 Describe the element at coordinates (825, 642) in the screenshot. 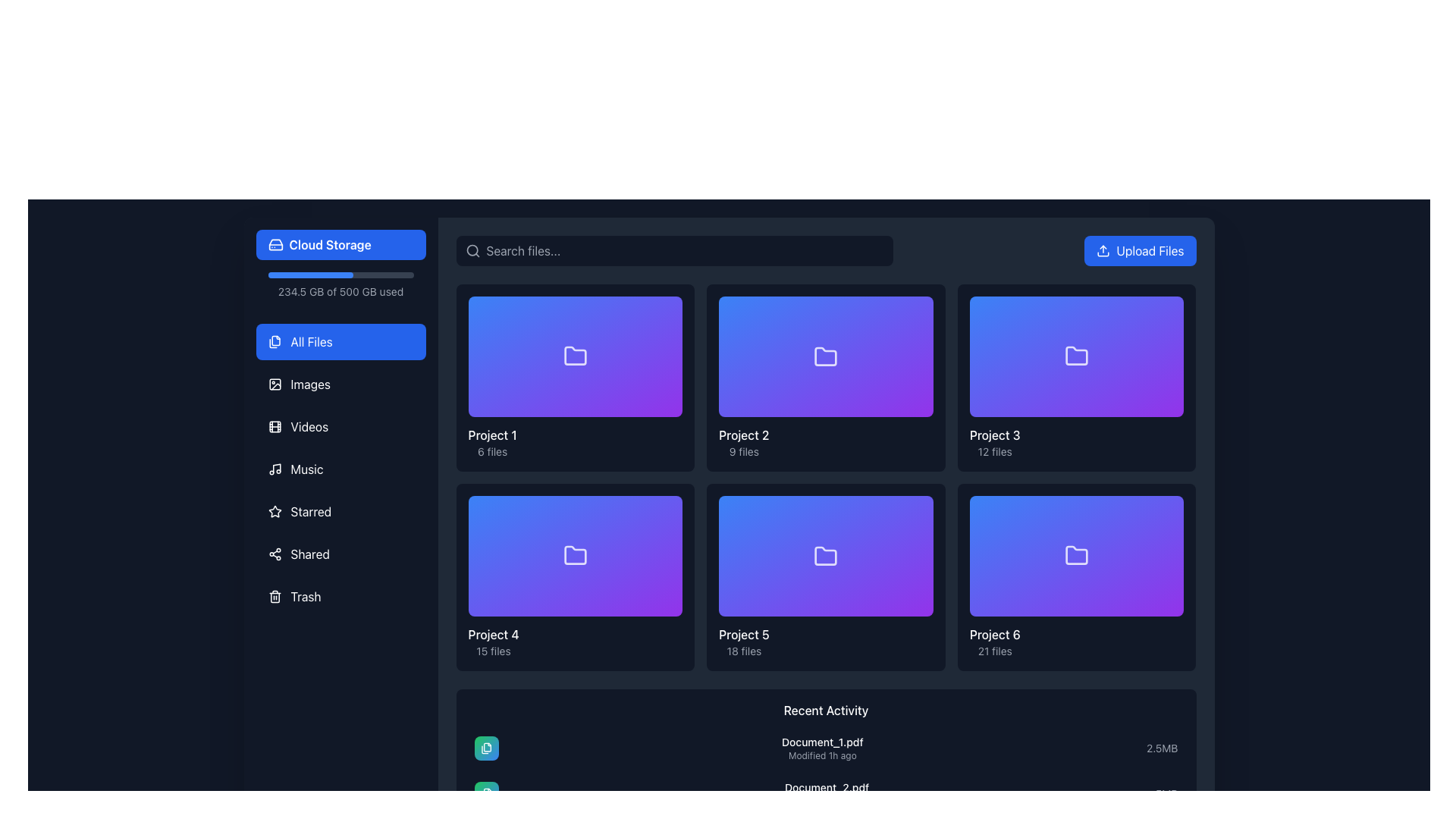

I see `the Textual Information Block displaying the title 'Project 5' and subtitle '18 files' located in the sixth card of the content grid` at that location.